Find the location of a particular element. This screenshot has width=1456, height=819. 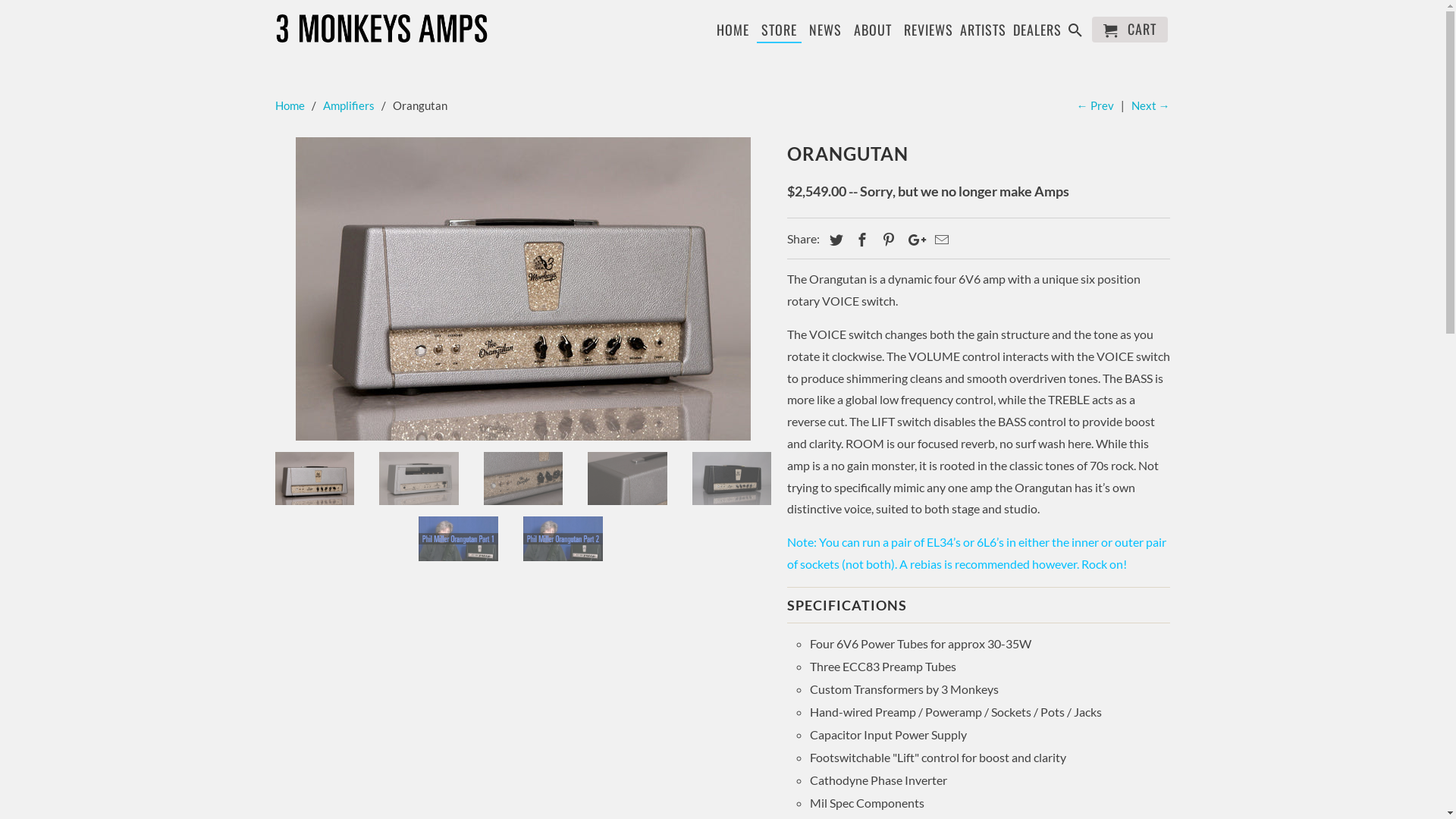

'Share this on Facebook' is located at coordinates (859, 239).